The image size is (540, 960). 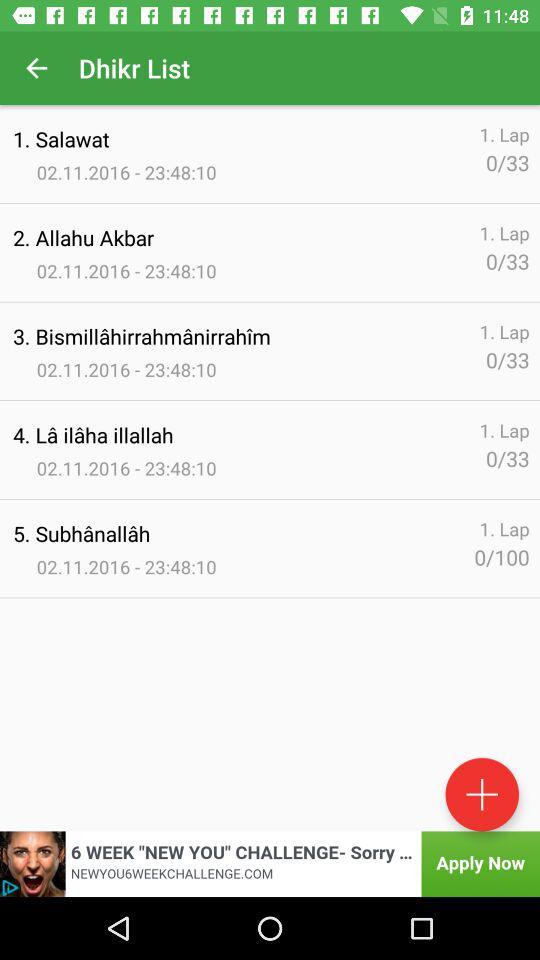 I want to click on advertisement, so click(x=270, y=863).